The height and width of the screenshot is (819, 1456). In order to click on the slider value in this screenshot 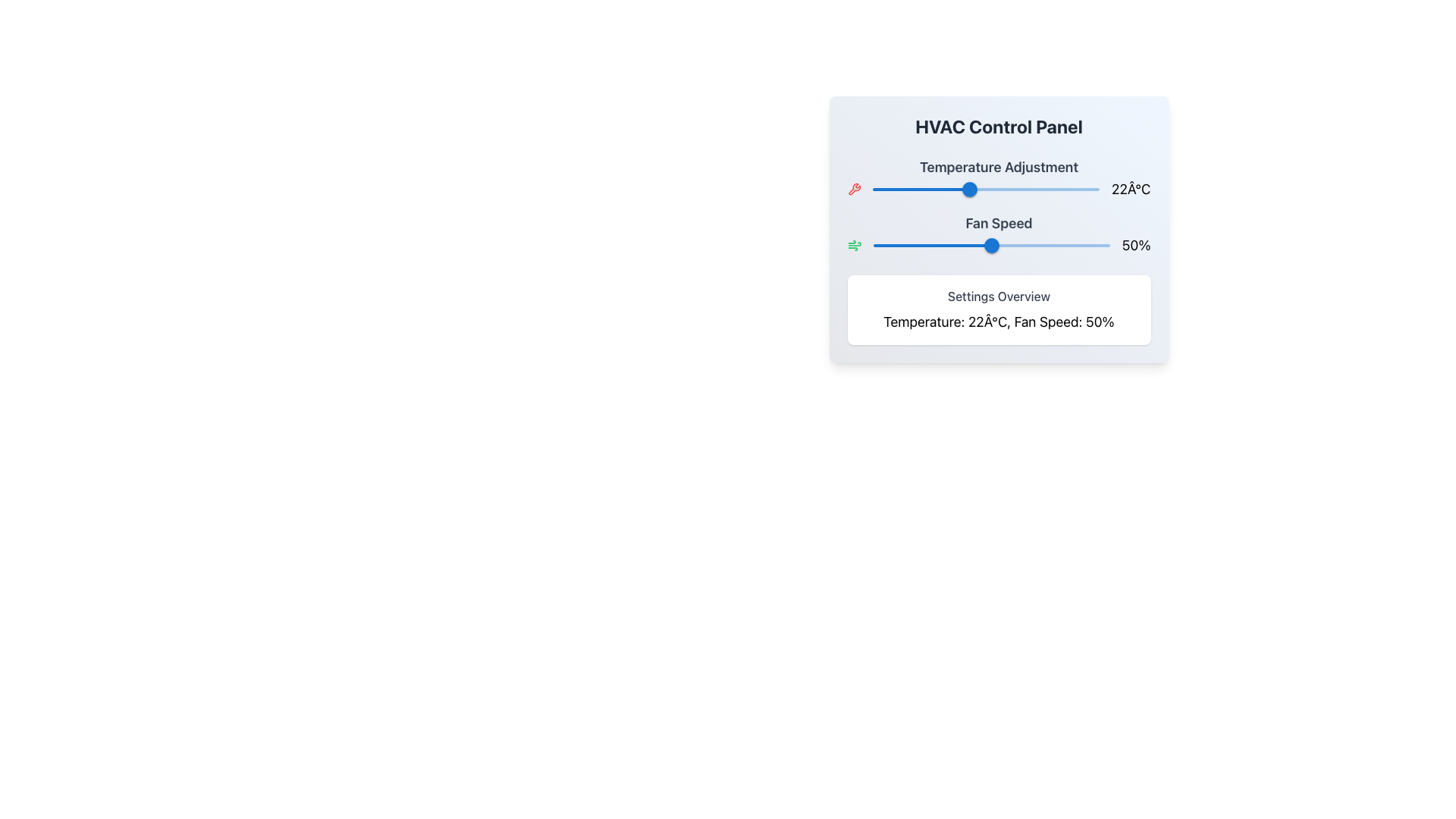, I will do `click(876, 245)`.